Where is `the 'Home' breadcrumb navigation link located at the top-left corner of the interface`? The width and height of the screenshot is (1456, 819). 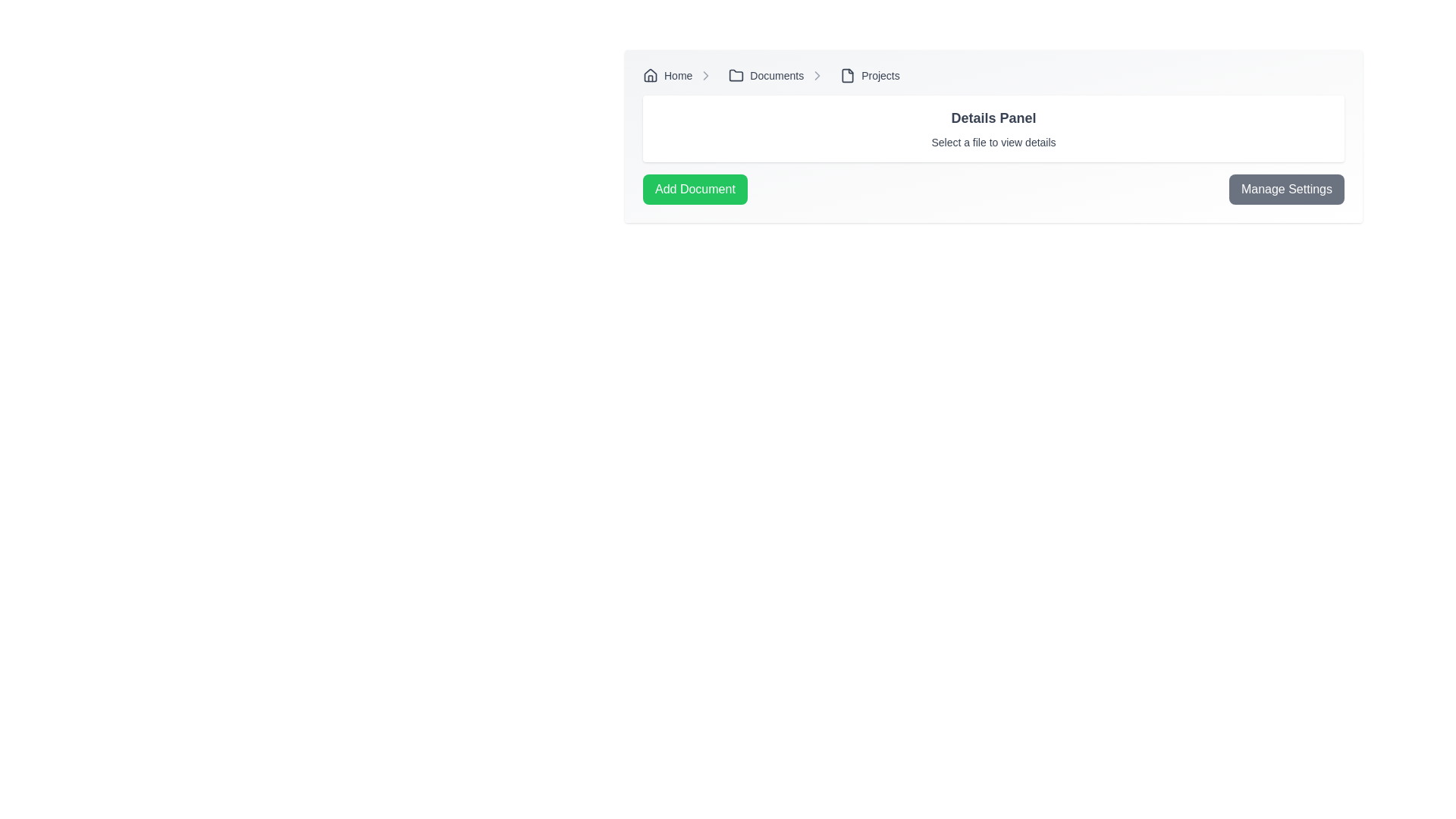
the 'Home' breadcrumb navigation link located at the top-left corner of the interface is located at coordinates (667, 76).